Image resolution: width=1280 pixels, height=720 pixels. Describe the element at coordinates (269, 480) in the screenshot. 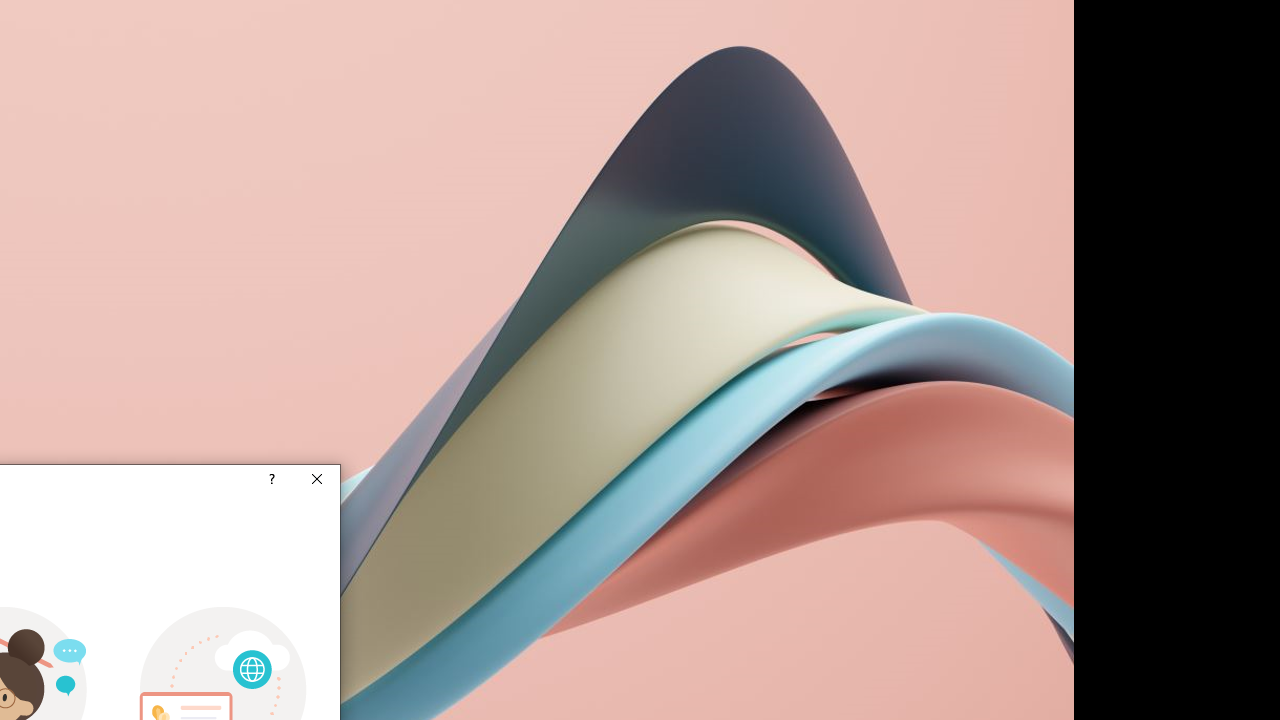

I see `'Context help'` at that location.